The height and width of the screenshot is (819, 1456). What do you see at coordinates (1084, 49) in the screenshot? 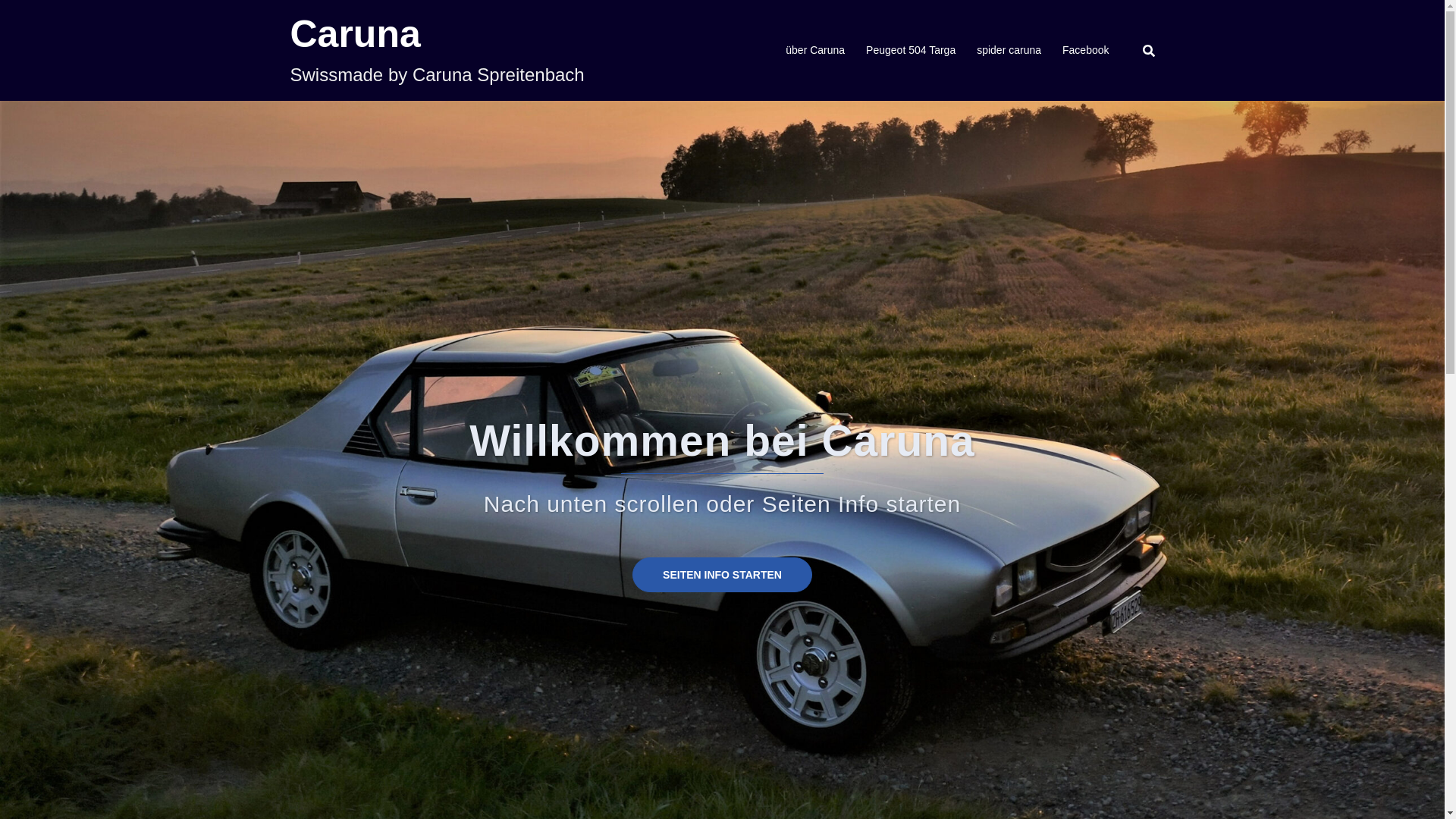
I see `'Facebook'` at bounding box center [1084, 49].